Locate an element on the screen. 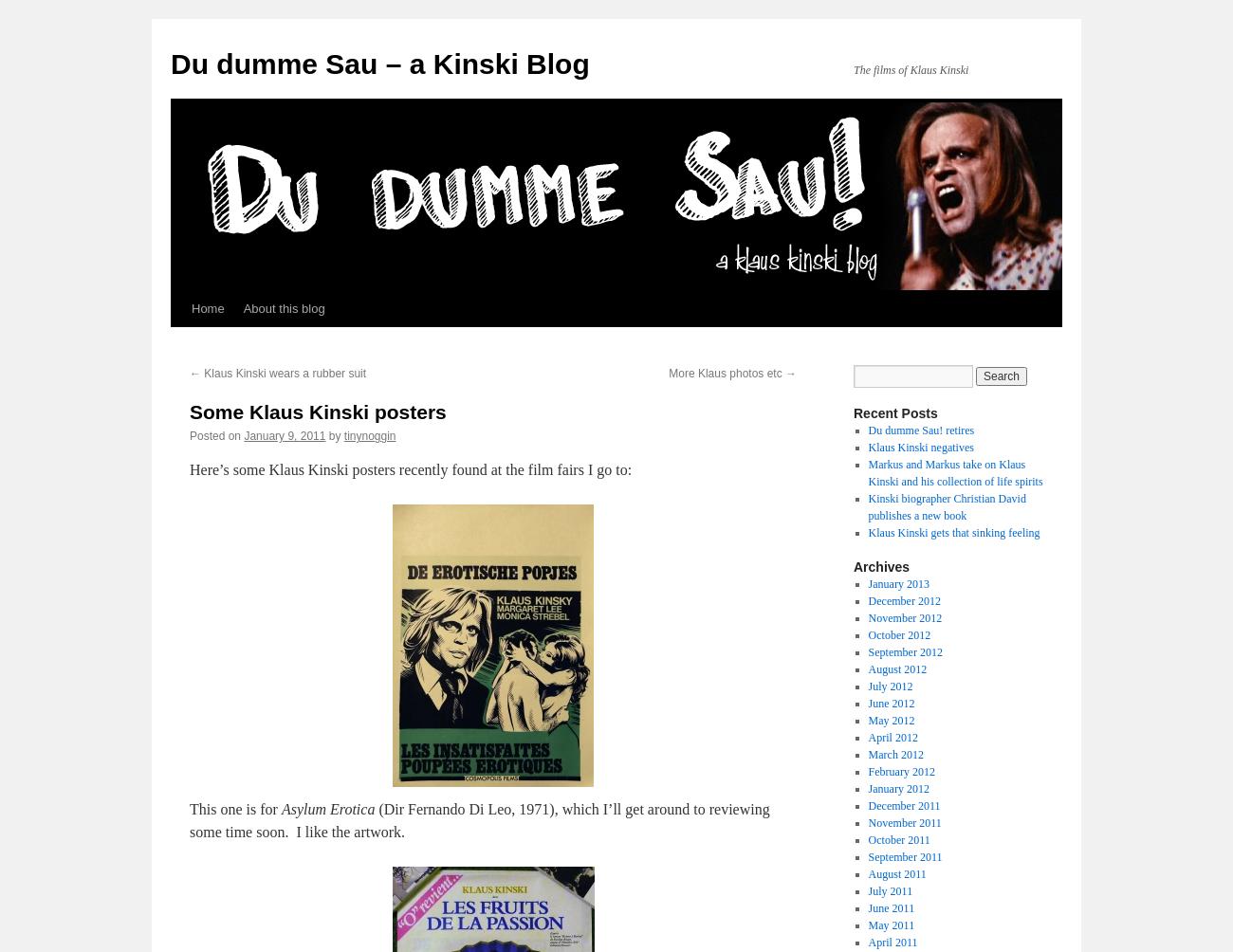 Image resolution: width=1233 pixels, height=952 pixels. 'January 2013' is located at coordinates (898, 583).